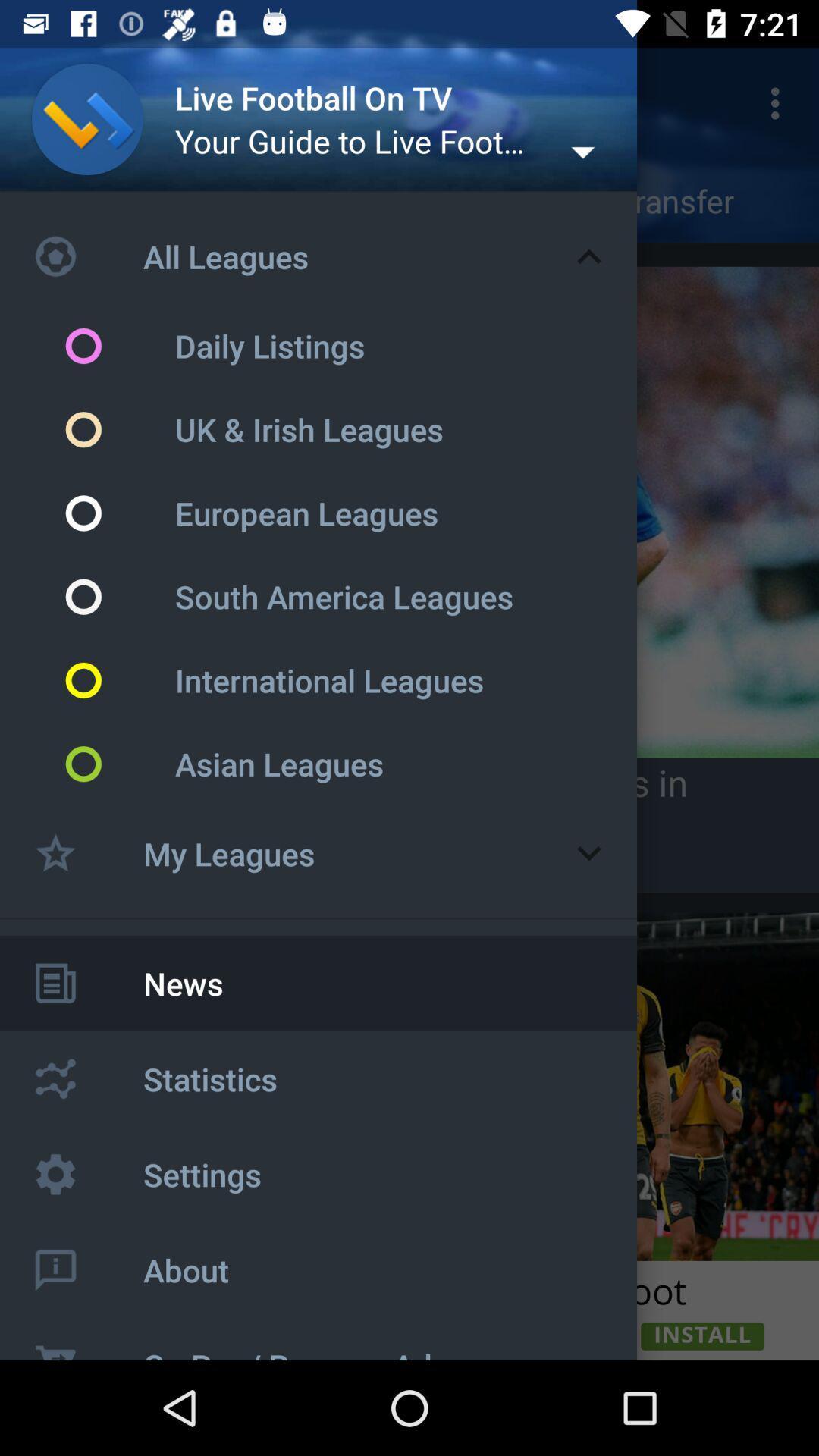 The image size is (819, 1456). What do you see at coordinates (118, 596) in the screenshot?
I see `the check box of south america leagues` at bounding box center [118, 596].